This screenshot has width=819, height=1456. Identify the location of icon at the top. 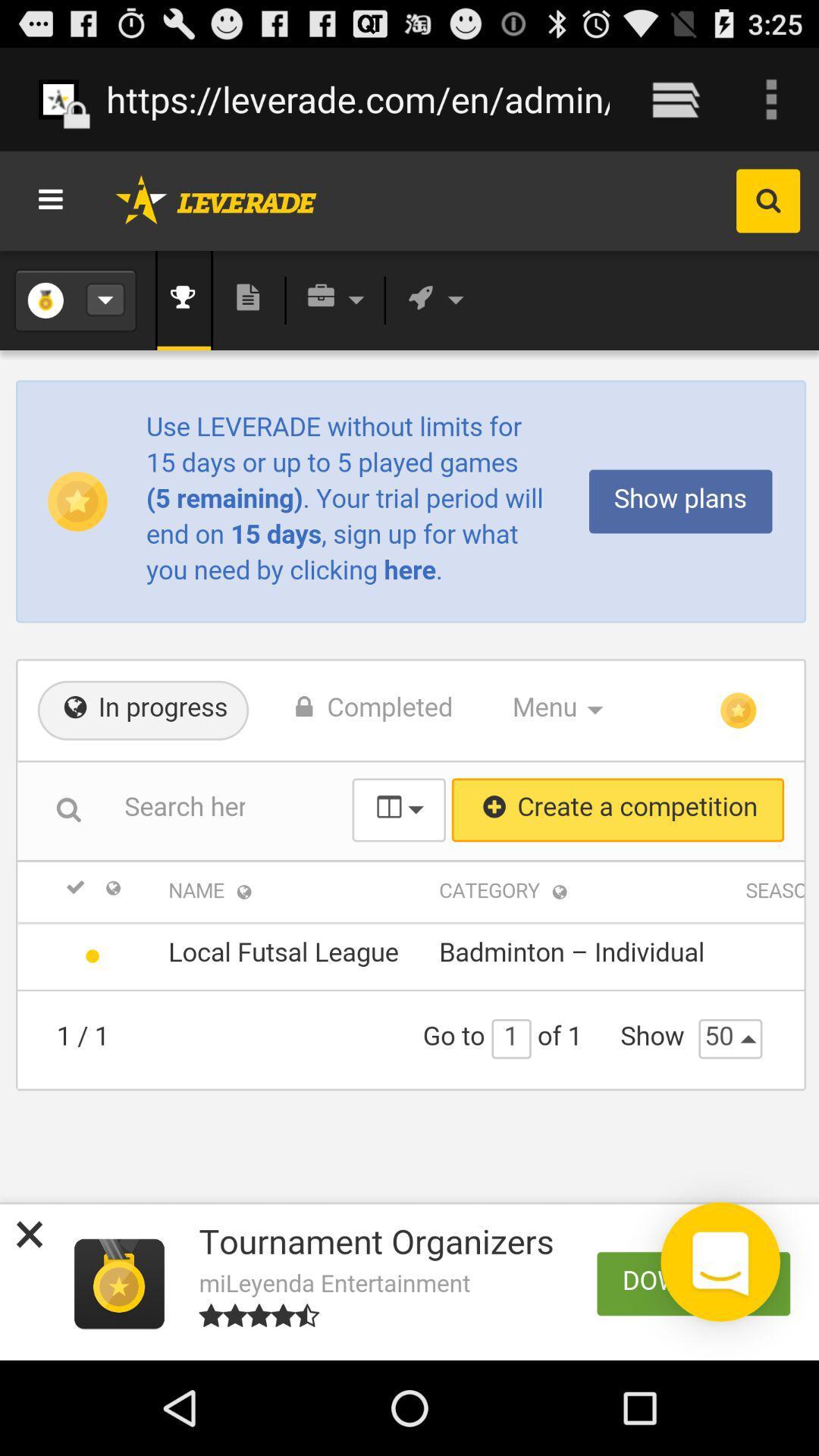
(358, 99).